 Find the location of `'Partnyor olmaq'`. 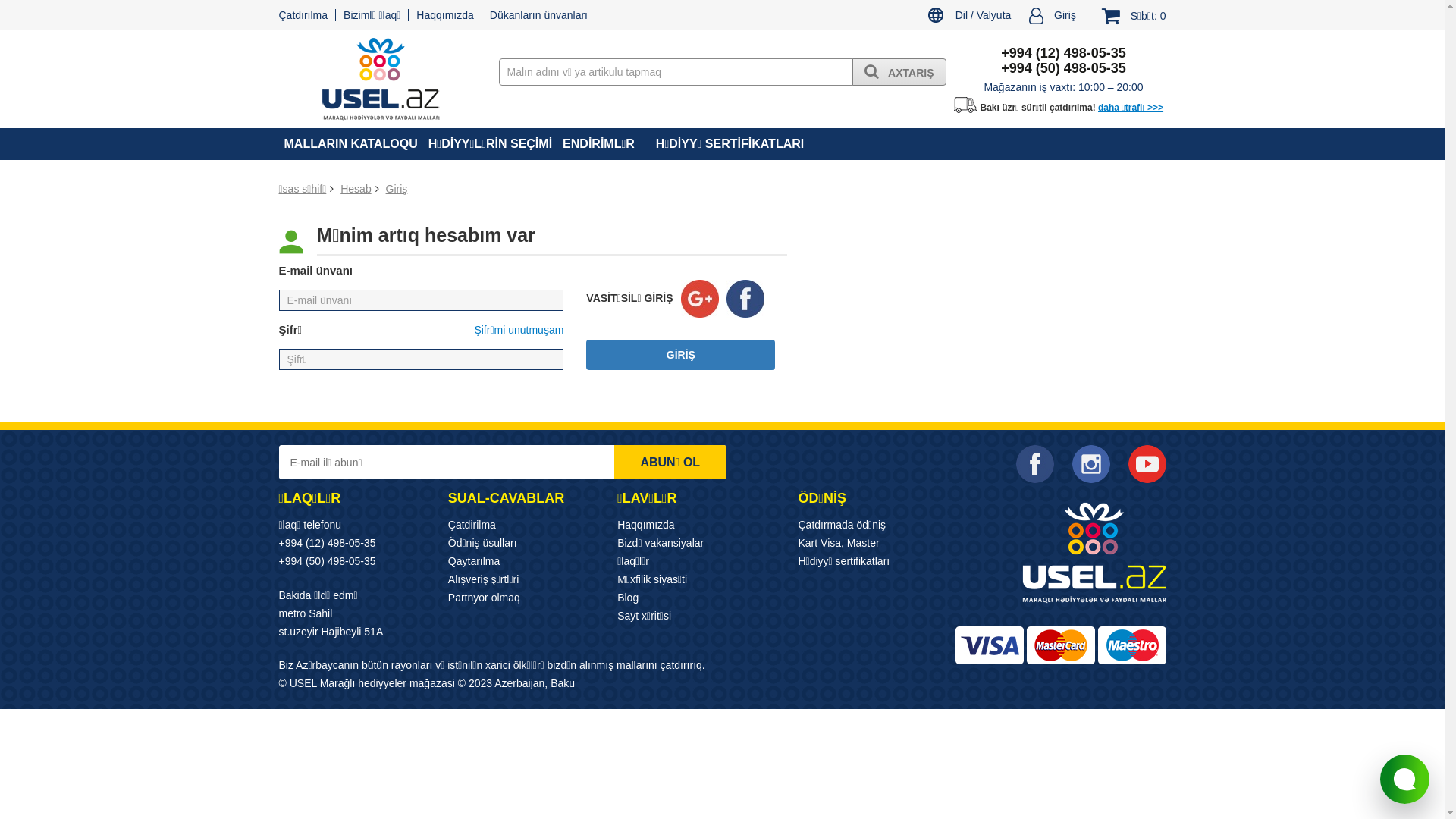

'Partnyor olmaq' is located at coordinates (483, 596).